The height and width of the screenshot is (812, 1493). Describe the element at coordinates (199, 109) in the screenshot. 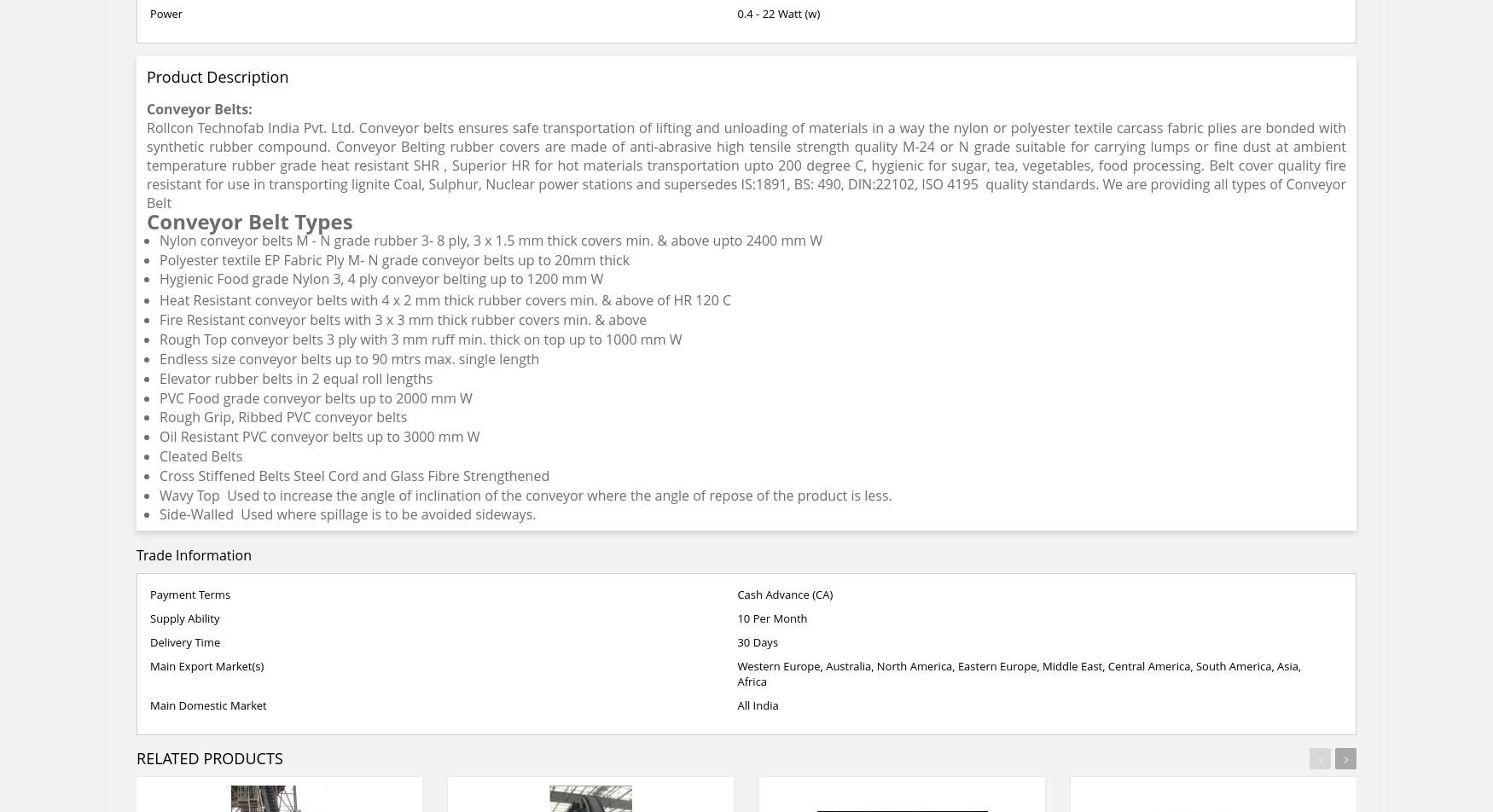

I see `'Conveyor Belts:'` at that location.